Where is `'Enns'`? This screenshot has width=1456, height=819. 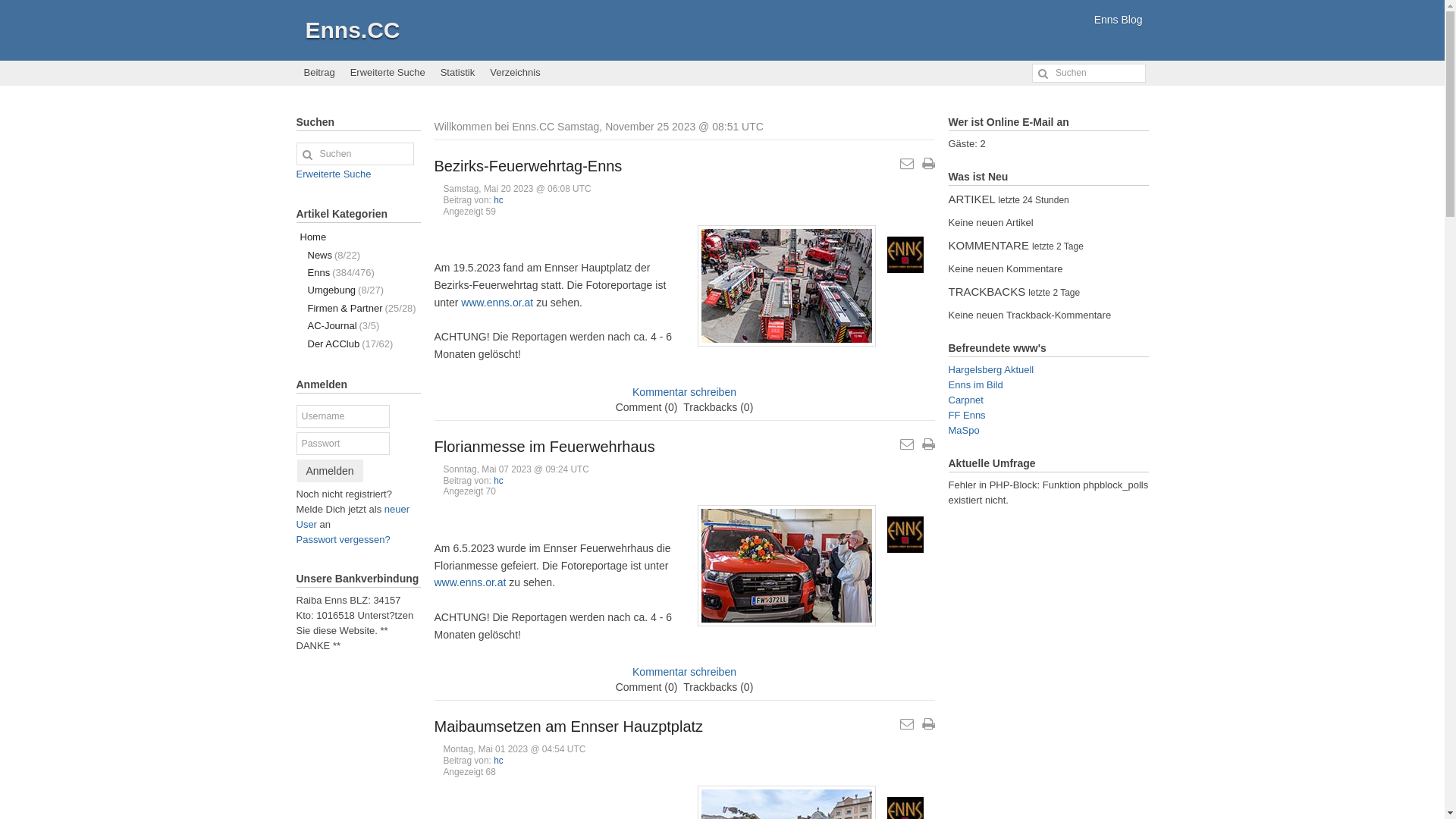
'Enns' is located at coordinates (905, 253).